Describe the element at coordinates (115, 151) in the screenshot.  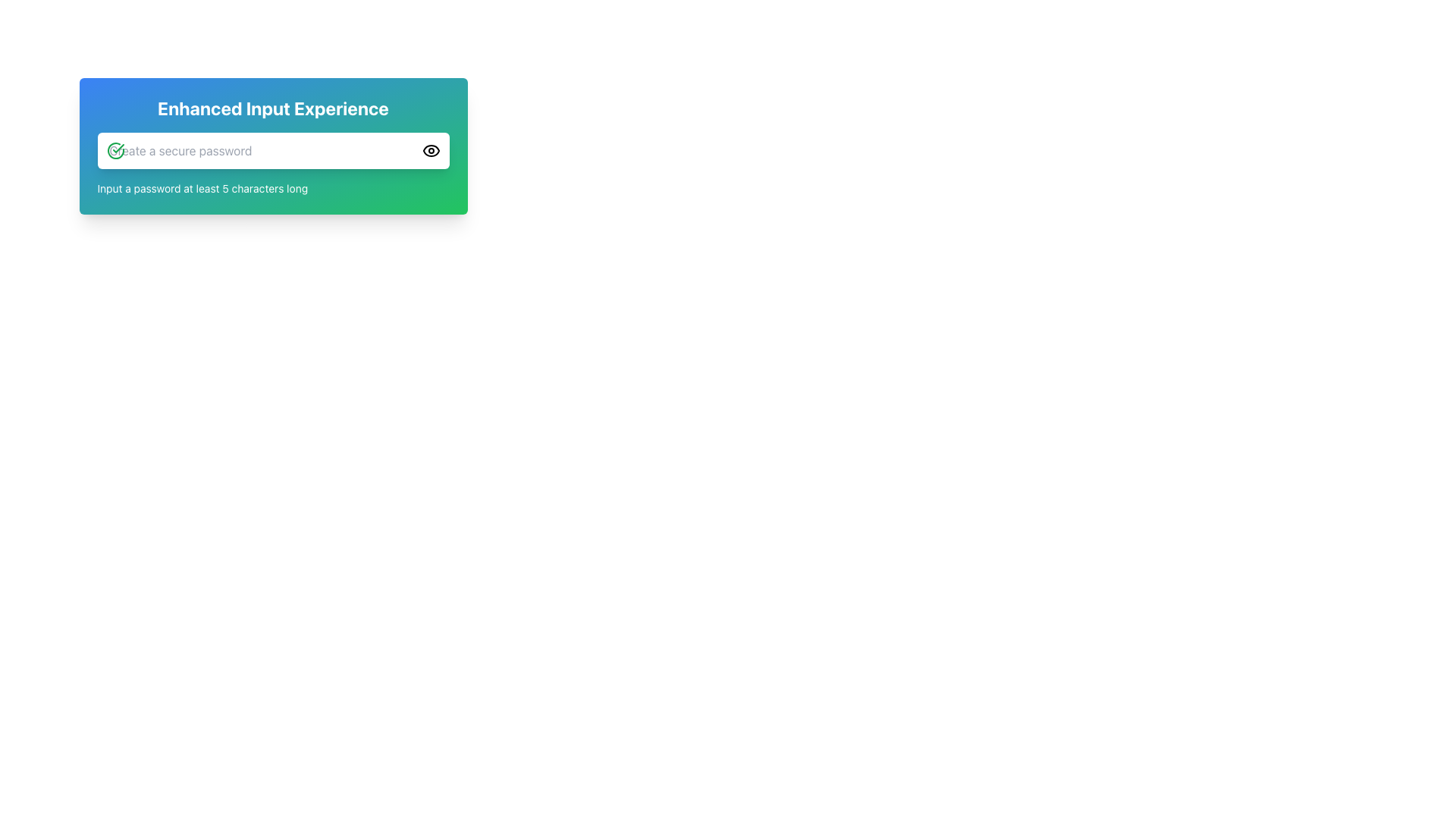
I see `the validation icon that is positioned directly to the left of the password input field, confirming the correctness of the input` at that location.